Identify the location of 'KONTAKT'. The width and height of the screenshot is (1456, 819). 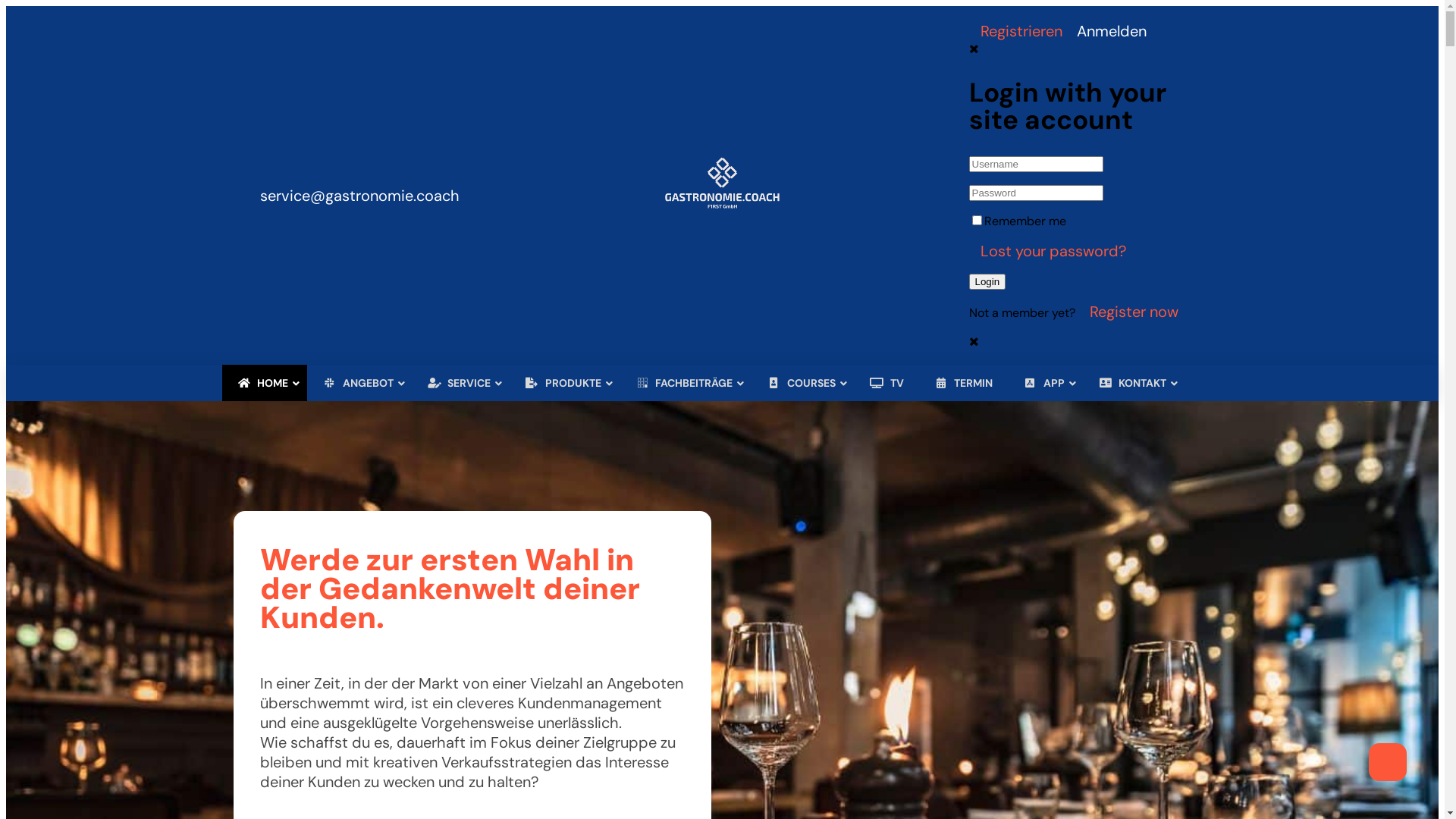
(1134, 382).